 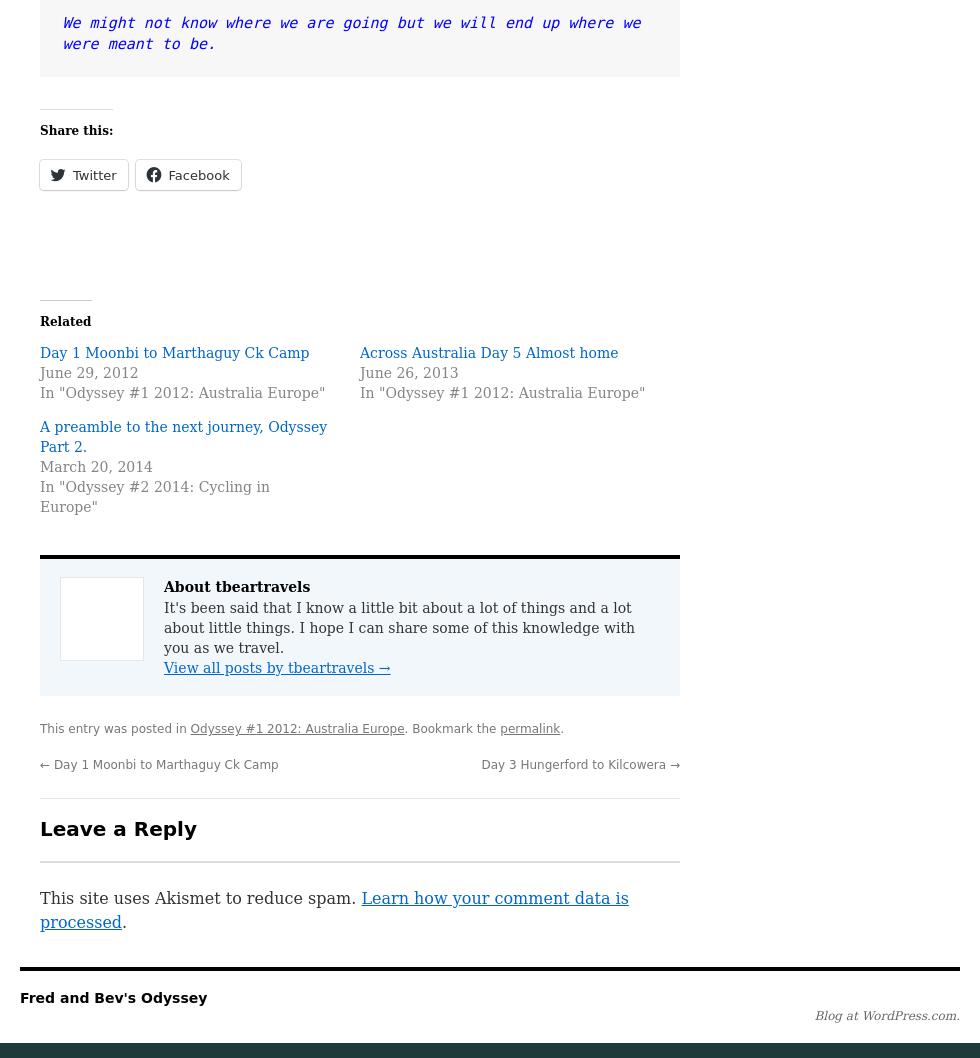 I want to click on 'Twitter', so click(x=94, y=174).